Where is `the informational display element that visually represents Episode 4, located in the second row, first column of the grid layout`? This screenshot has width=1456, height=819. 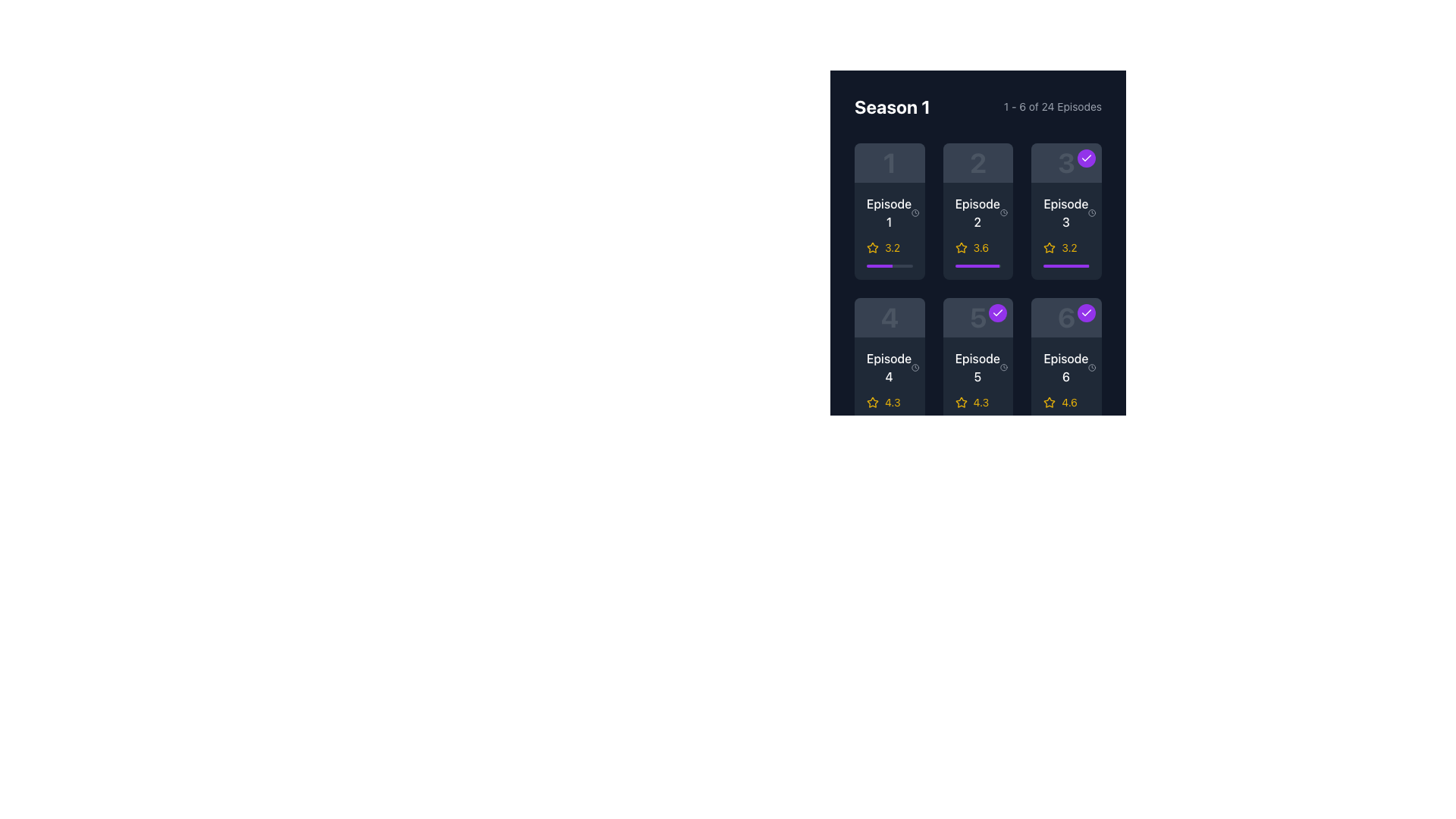 the informational display element that visually represents Episode 4, located in the second row, first column of the grid layout is located at coordinates (890, 317).